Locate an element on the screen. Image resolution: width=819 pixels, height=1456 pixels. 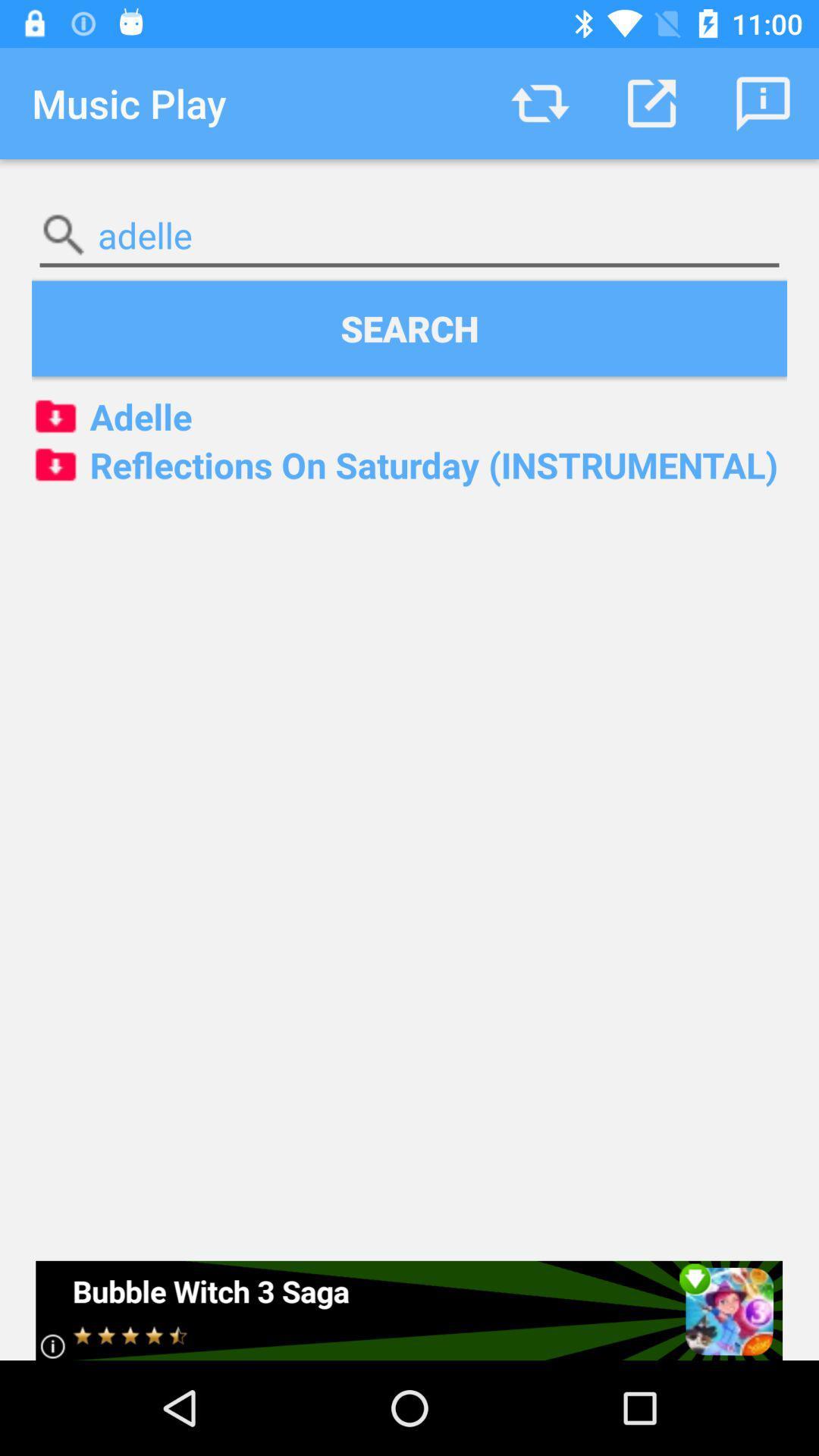
launch advertised app in play store is located at coordinates (408, 1310).